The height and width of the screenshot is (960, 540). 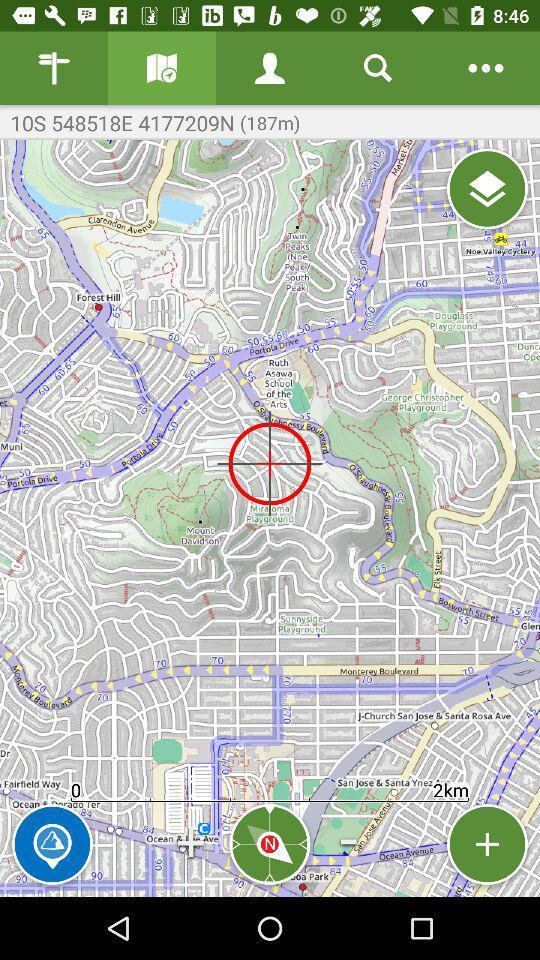 What do you see at coordinates (161, 68) in the screenshot?
I see `open the map` at bounding box center [161, 68].